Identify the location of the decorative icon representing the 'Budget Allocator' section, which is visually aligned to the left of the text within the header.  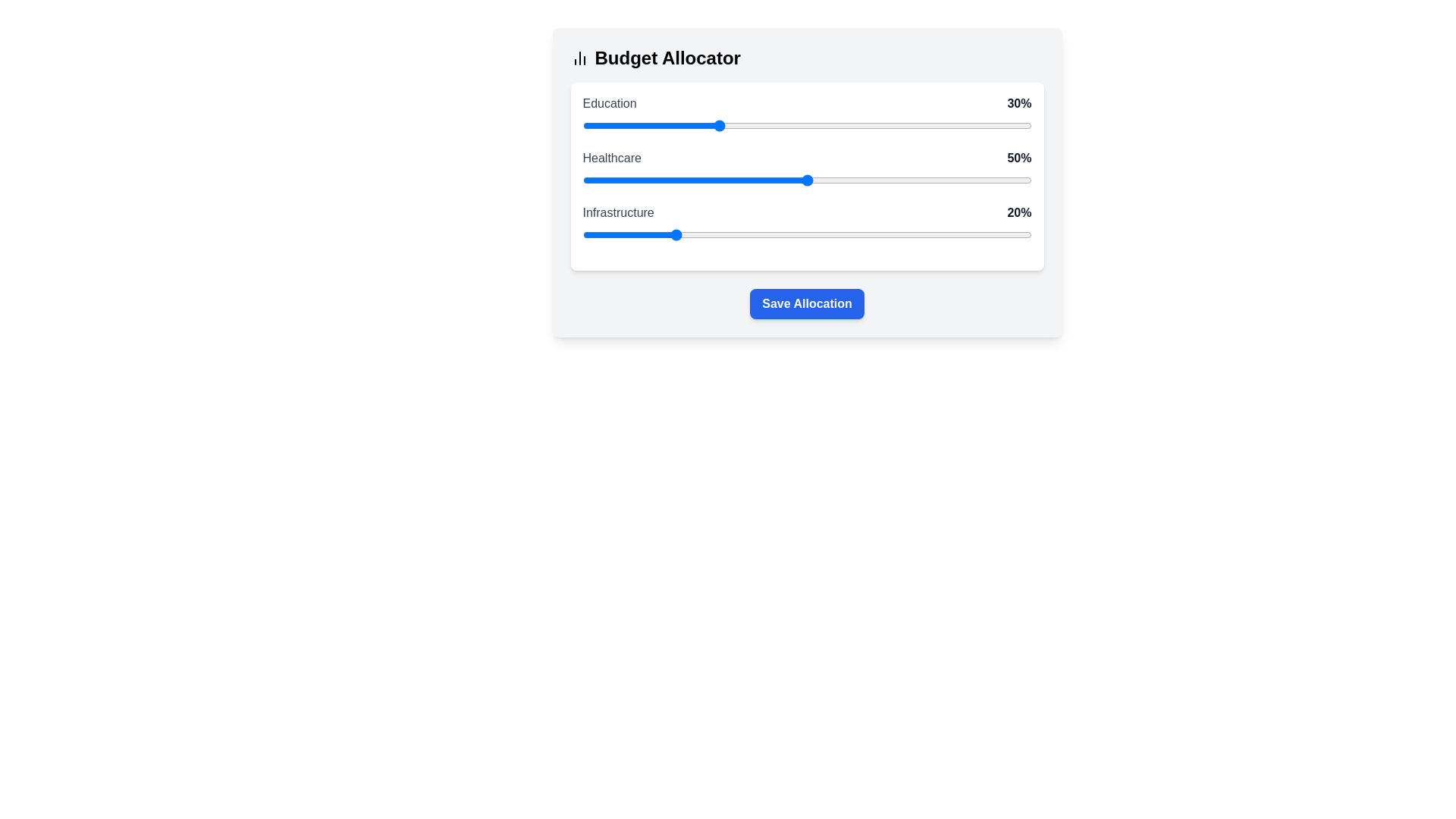
(579, 58).